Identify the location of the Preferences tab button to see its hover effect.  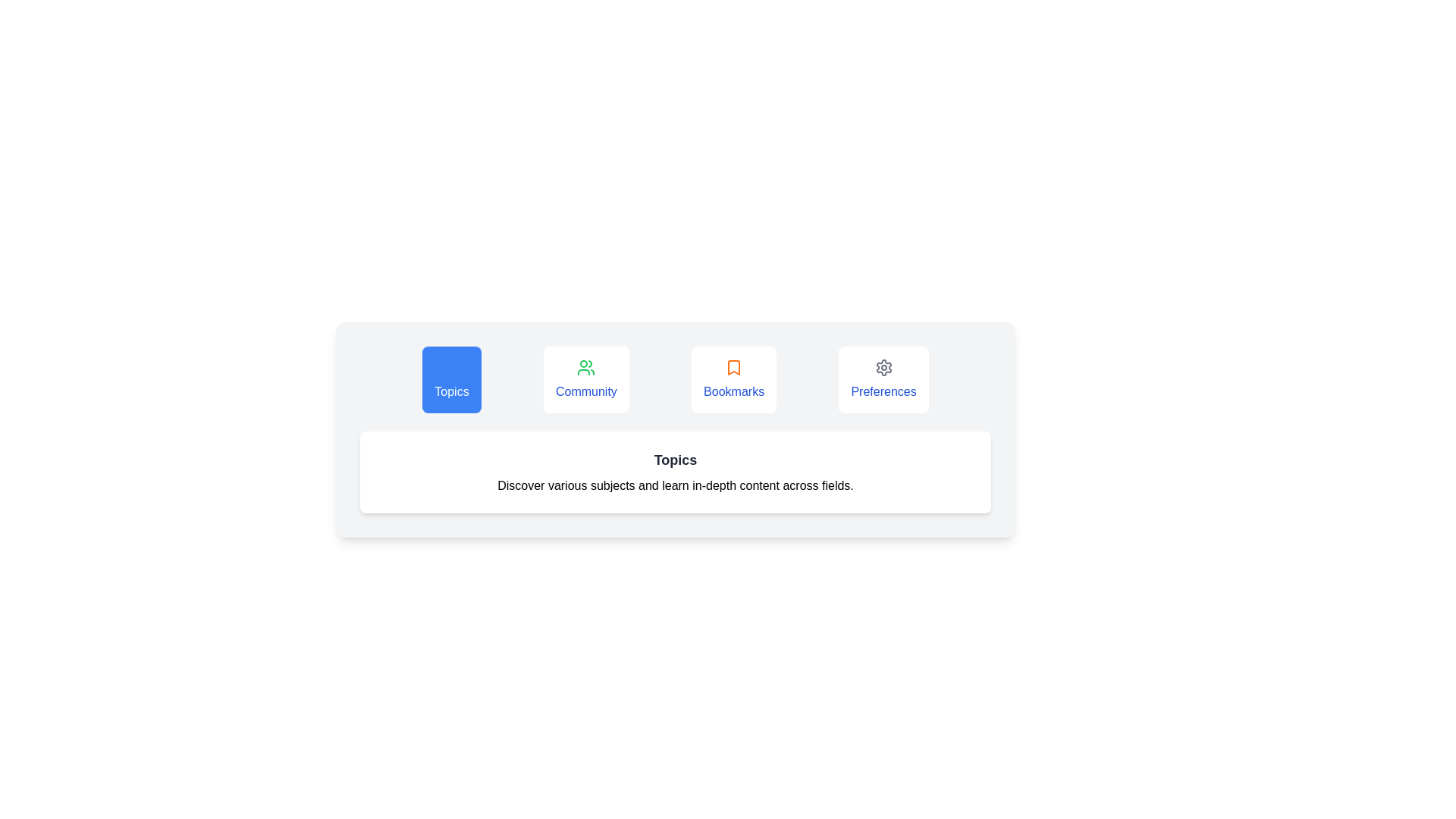
(883, 379).